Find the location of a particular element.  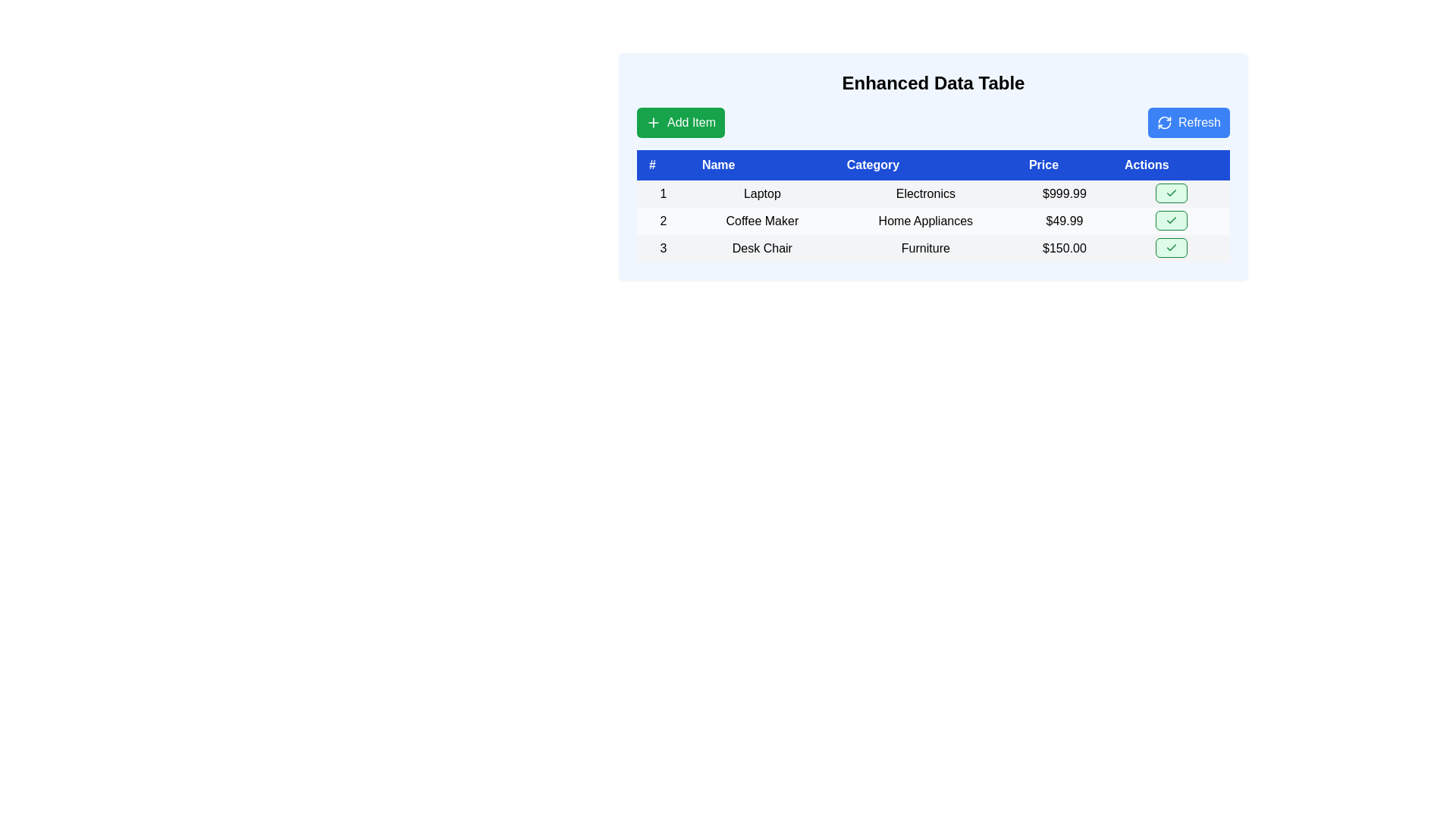

the decorative icon that complements the 'Add Item' button is located at coordinates (654, 122).